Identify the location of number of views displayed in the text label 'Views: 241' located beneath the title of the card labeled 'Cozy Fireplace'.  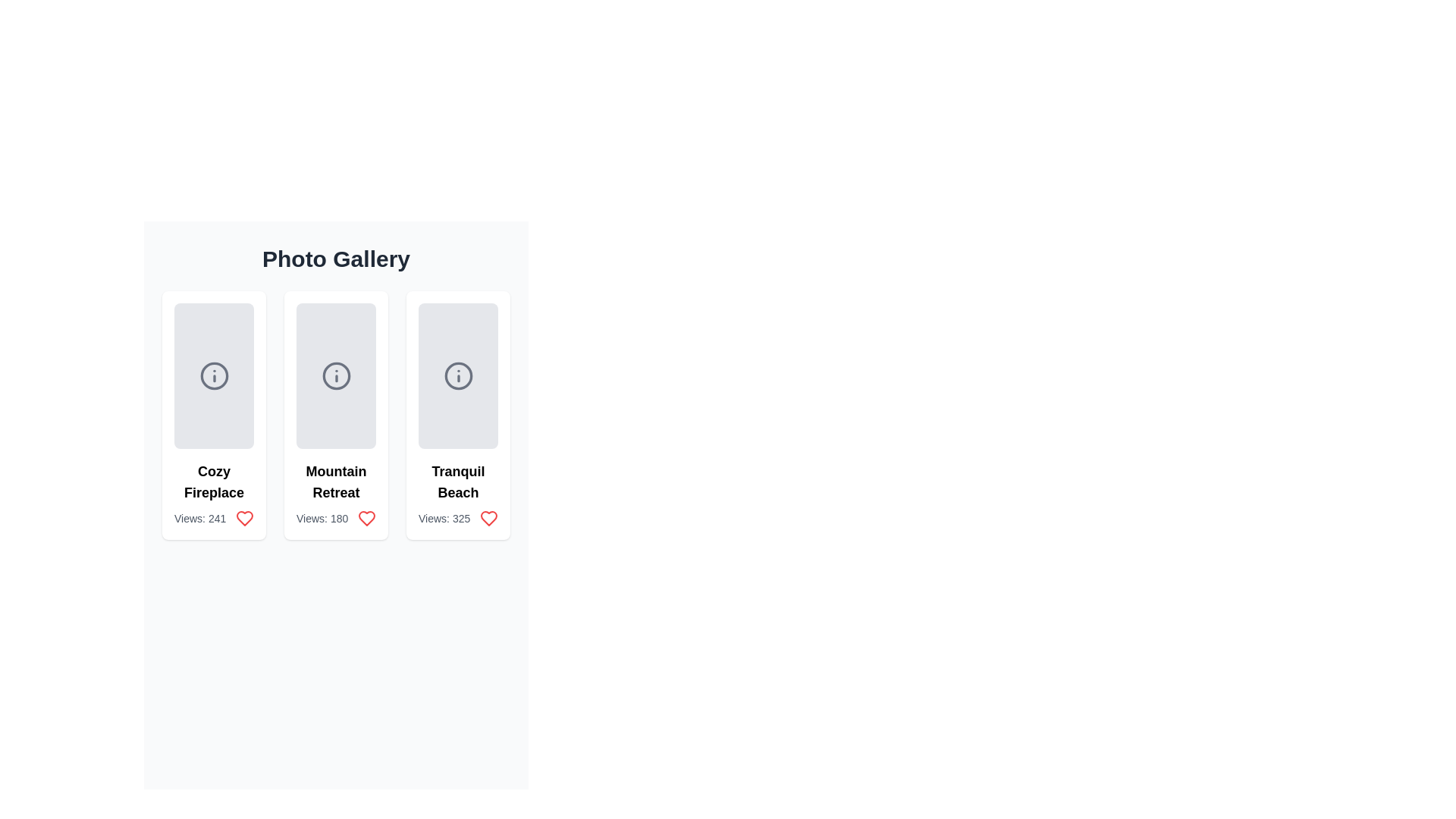
(213, 517).